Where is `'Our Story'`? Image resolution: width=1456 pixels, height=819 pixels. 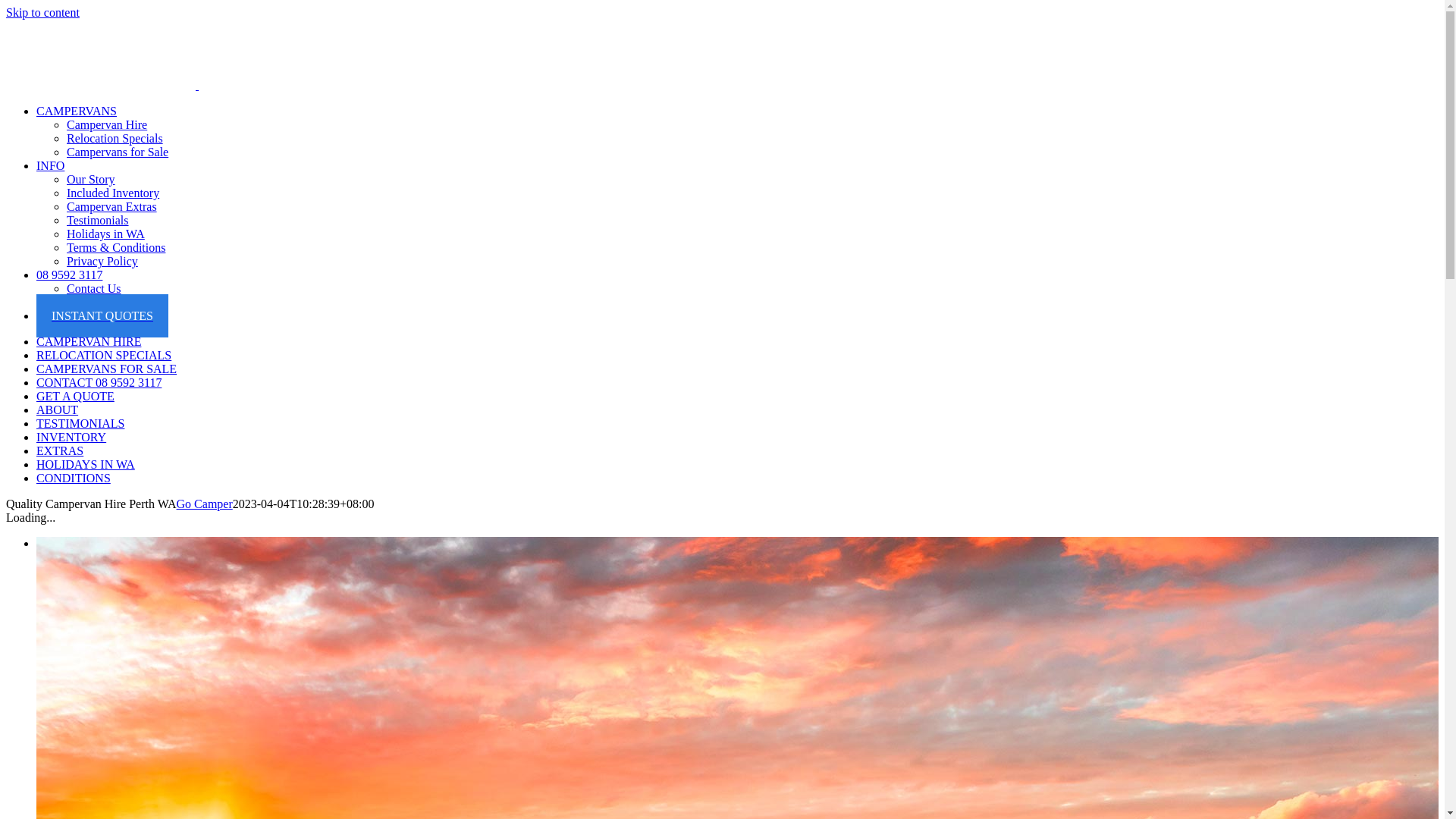 'Our Story' is located at coordinates (90, 178).